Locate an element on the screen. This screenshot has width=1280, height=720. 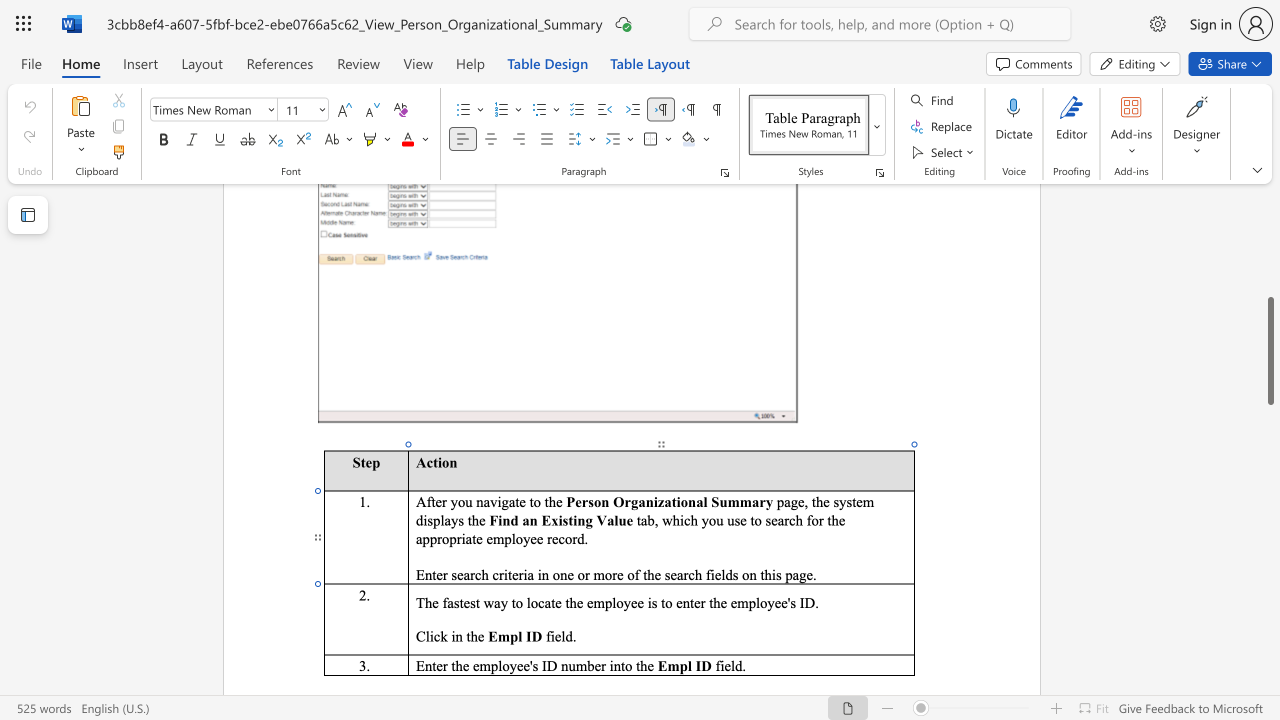
the 1th character "E" in the text is located at coordinates (419, 665).